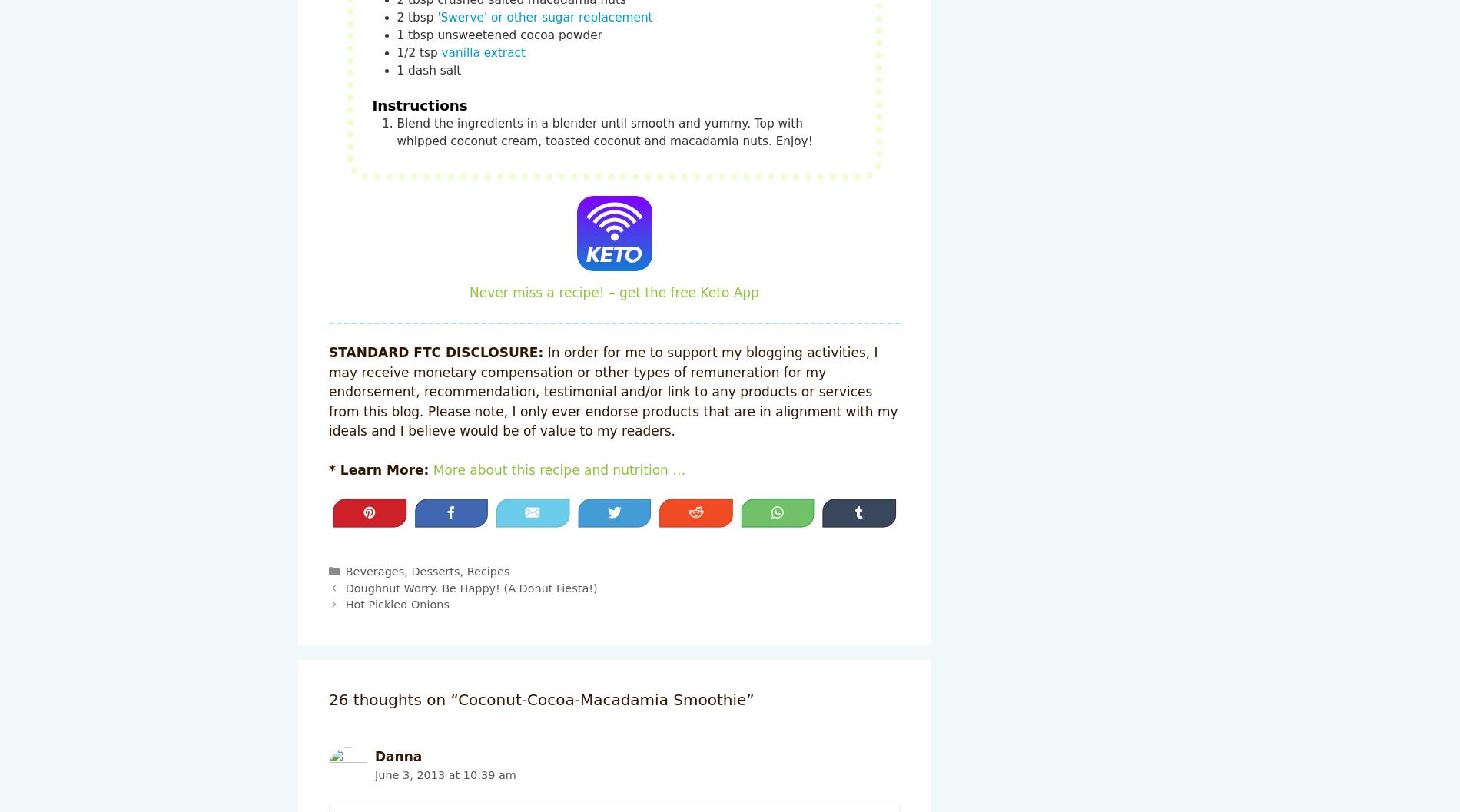 The width and height of the screenshot is (1460, 812). What do you see at coordinates (445, 773) in the screenshot?
I see `'June 3, 2013 at 10:39 am'` at bounding box center [445, 773].